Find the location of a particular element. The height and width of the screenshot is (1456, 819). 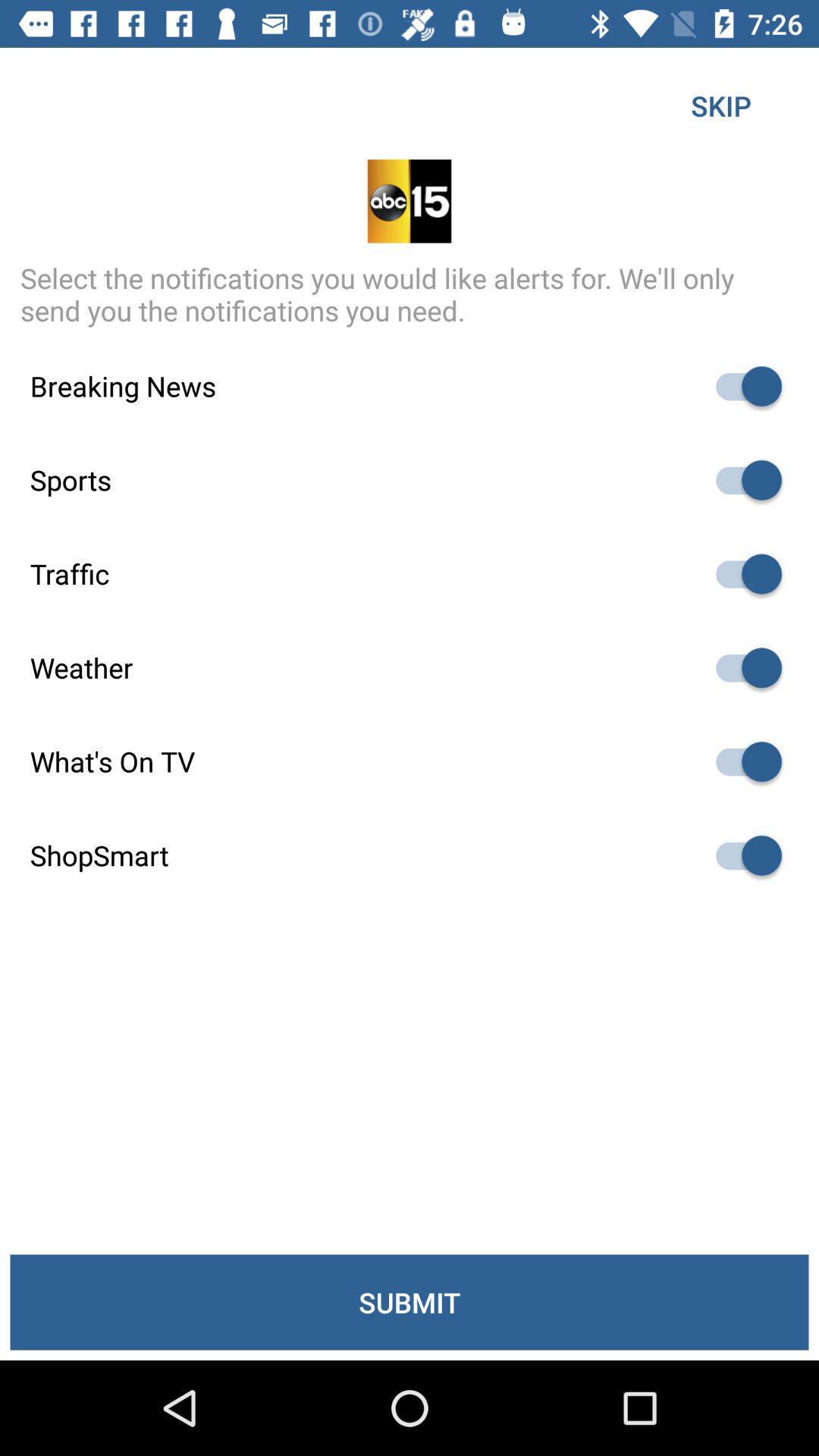

deselect item is located at coordinates (741, 386).